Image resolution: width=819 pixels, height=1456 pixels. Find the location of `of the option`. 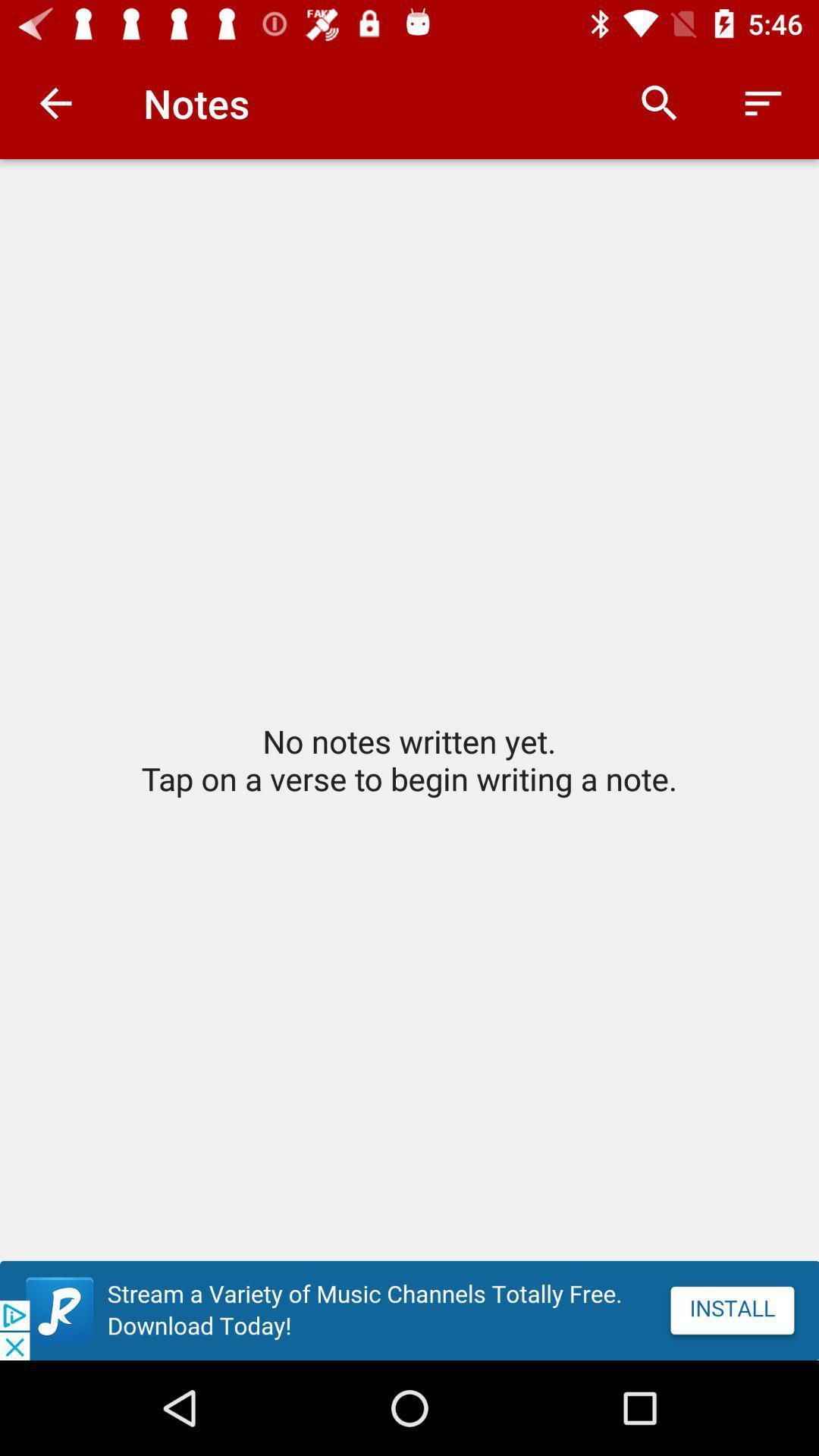

of the option is located at coordinates (409, 1310).